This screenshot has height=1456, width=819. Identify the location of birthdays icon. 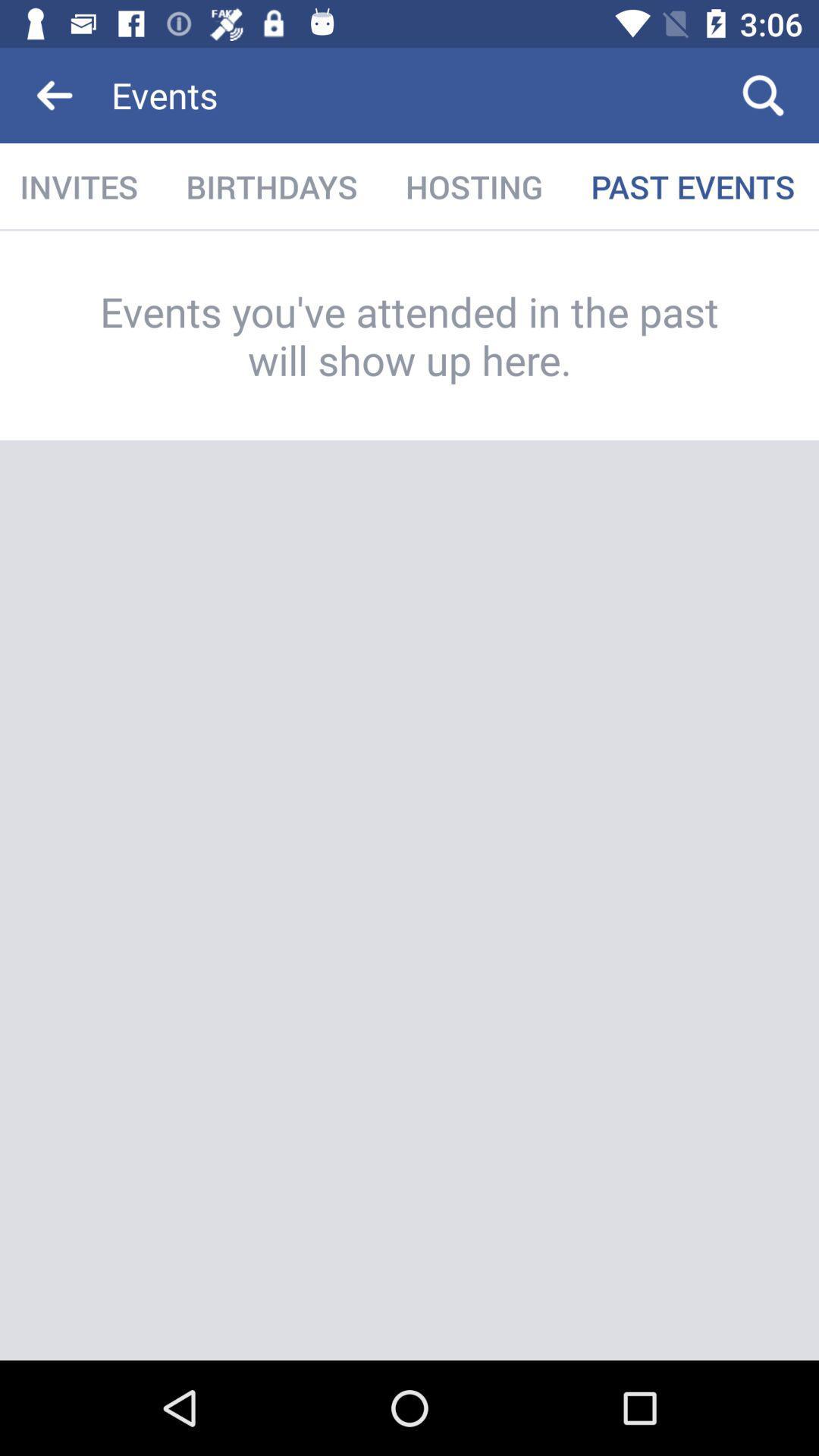
(271, 186).